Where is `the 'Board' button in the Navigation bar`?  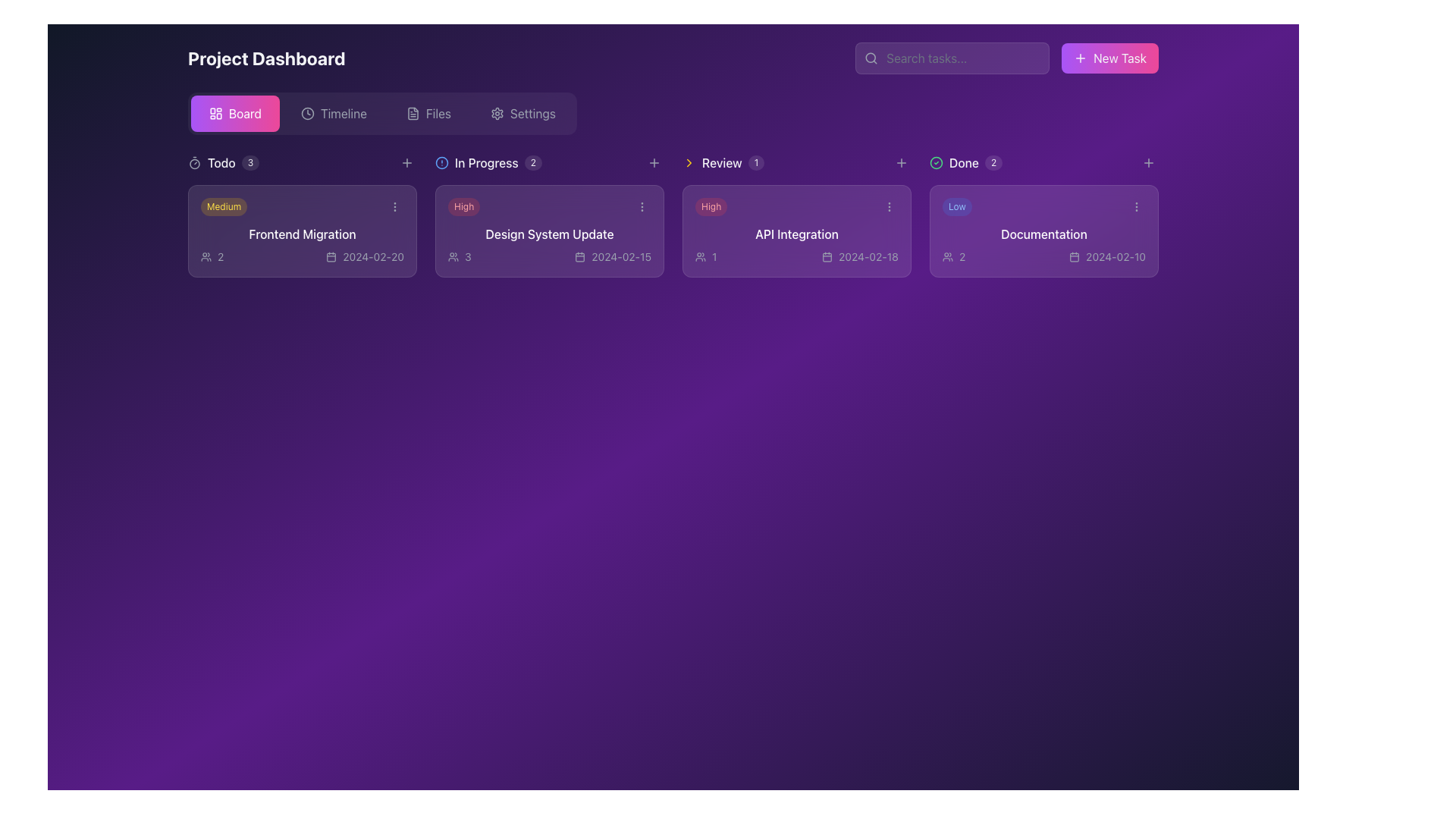
the 'Board' button in the Navigation bar is located at coordinates (382, 113).